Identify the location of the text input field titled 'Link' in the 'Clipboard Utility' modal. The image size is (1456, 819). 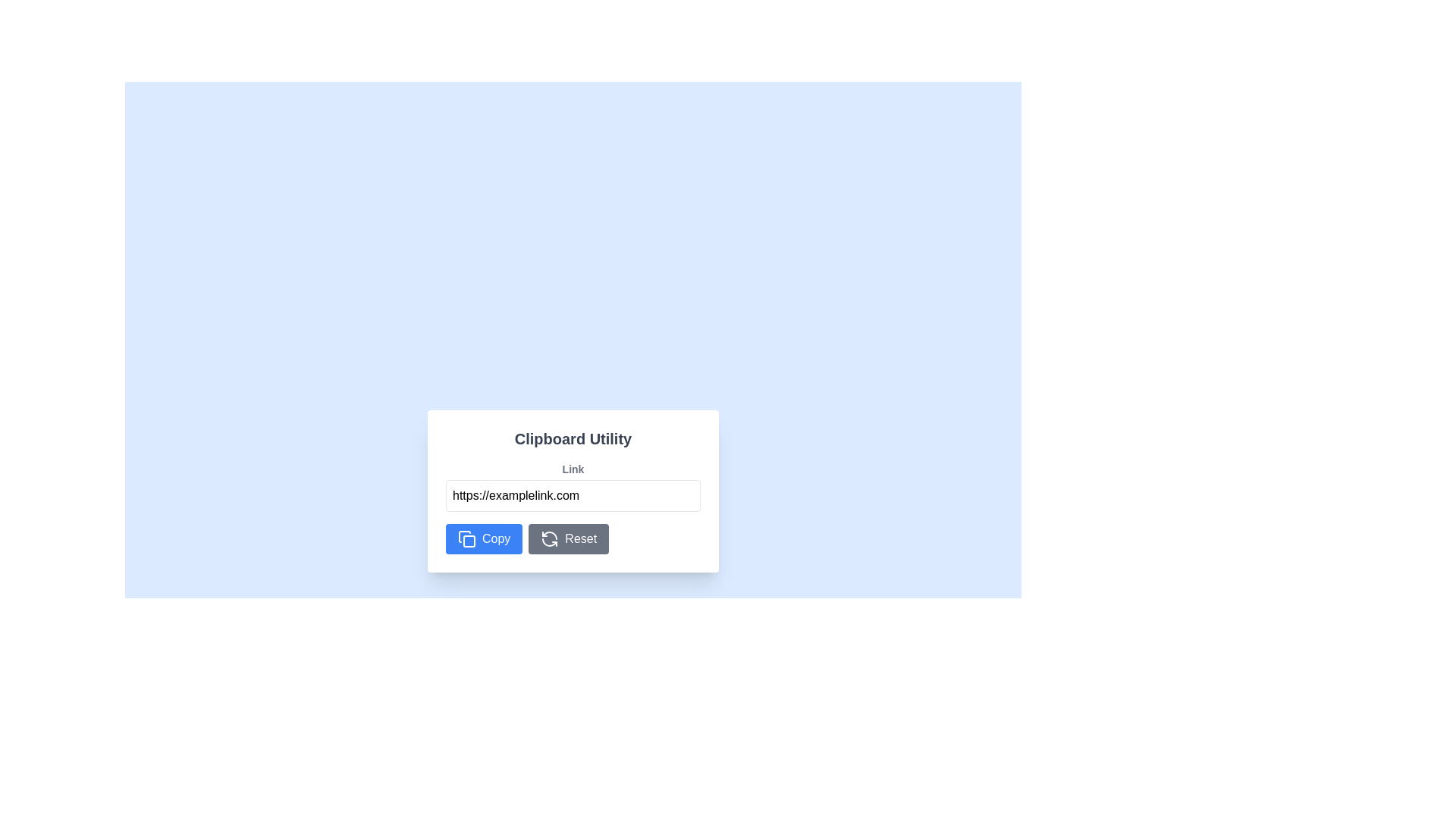
(572, 486).